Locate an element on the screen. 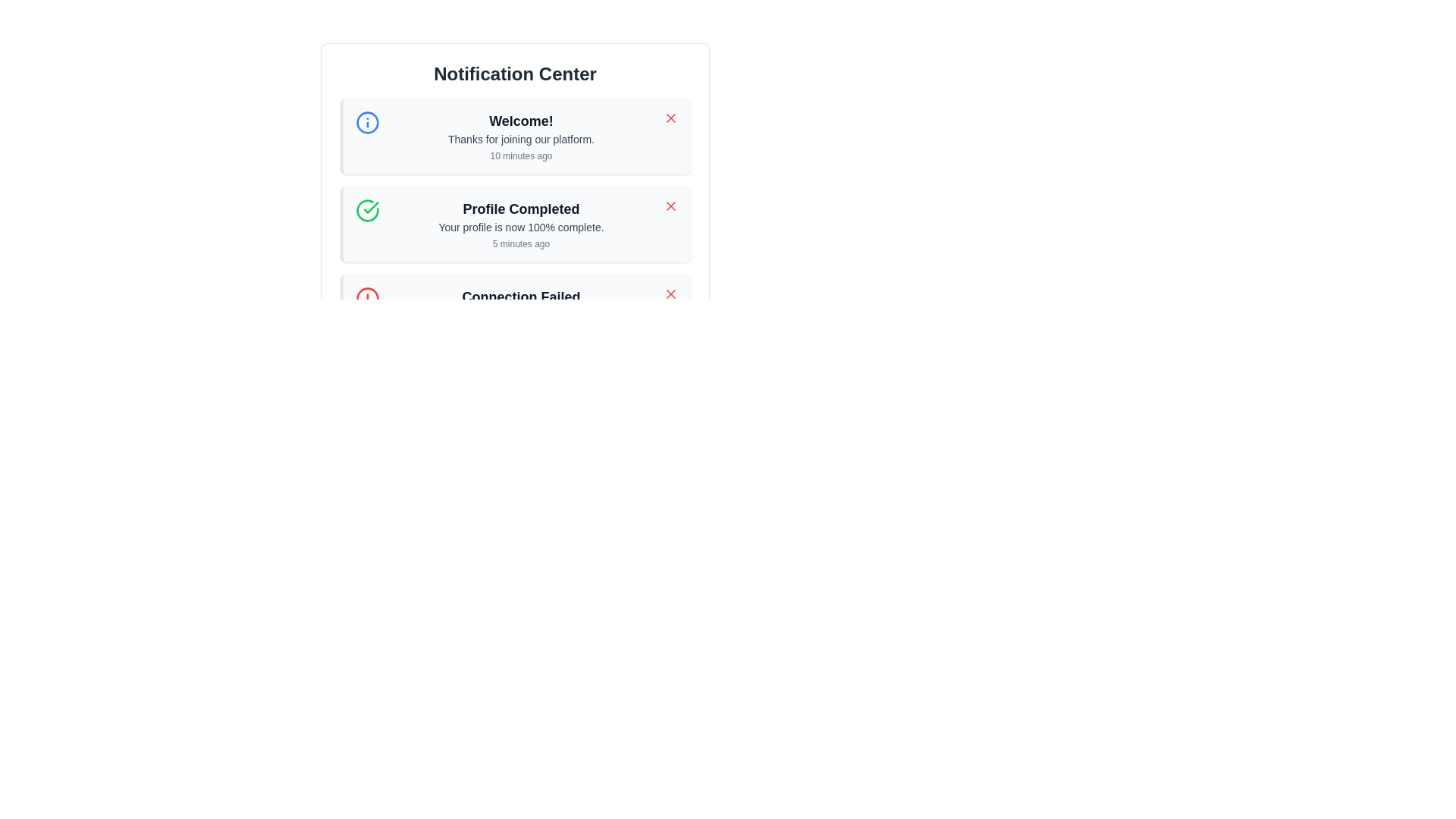 The height and width of the screenshot is (819, 1456). the 'Notification Center' static text label which is prominently displayed at the top of the notification panel, styled in bold and large dark gray font is located at coordinates (515, 74).